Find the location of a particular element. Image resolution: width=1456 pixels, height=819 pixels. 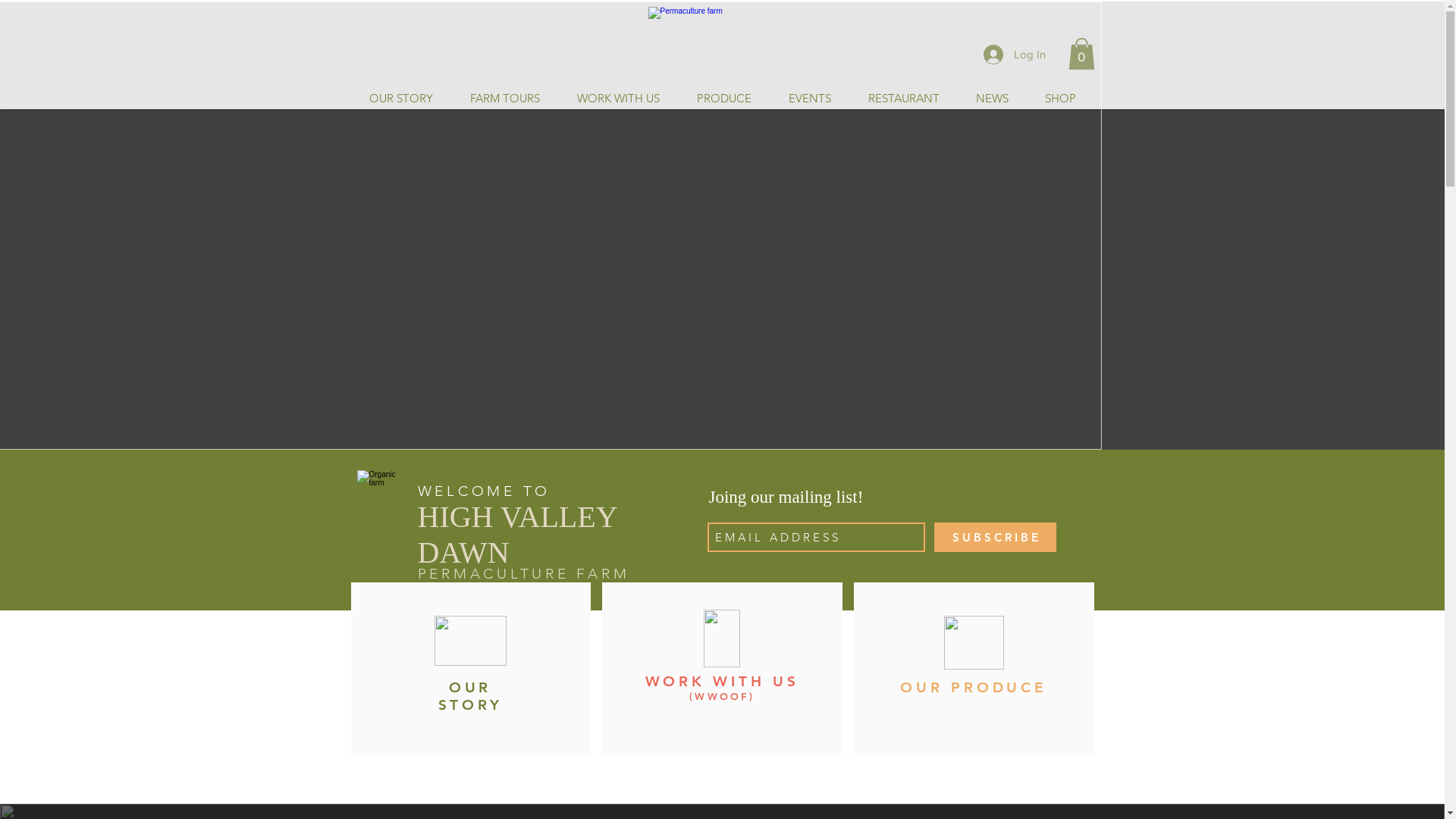

'0' is located at coordinates (1066, 52).